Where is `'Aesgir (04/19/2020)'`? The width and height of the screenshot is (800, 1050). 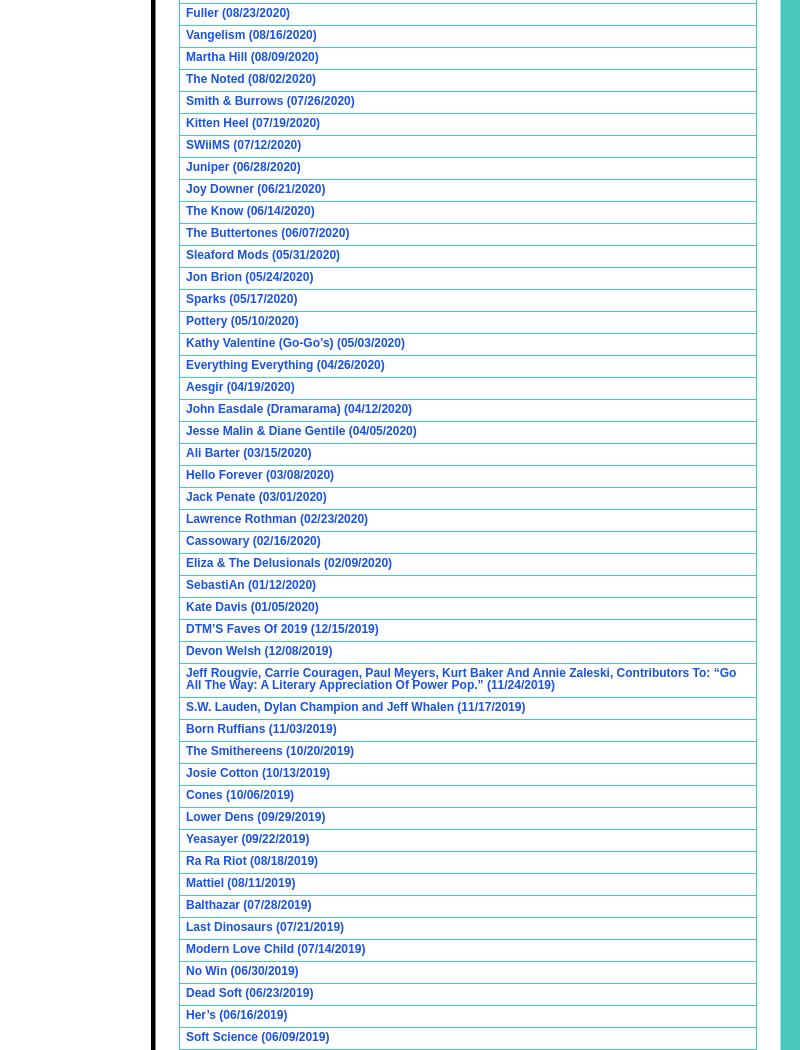
'Aesgir (04/19/2020)' is located at coordinates (185, 387).